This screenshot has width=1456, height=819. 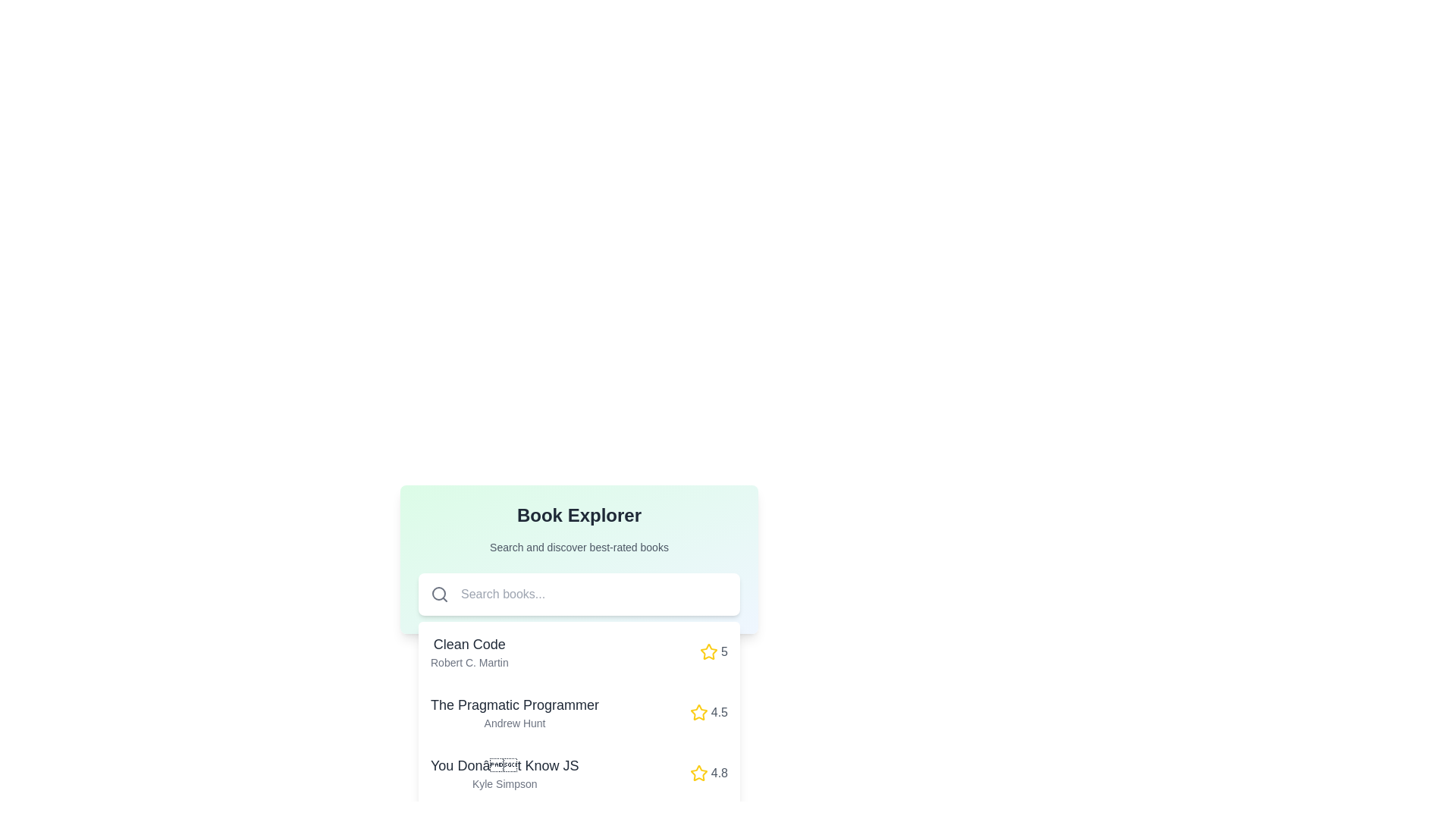 What do you see at coordinates (439, 593) in the screenshot?
I see `the Search icon located at the far left inside a white, rounded rectangle adjacent to the 'Search books...' text input field` at bounding box center [439, 593].